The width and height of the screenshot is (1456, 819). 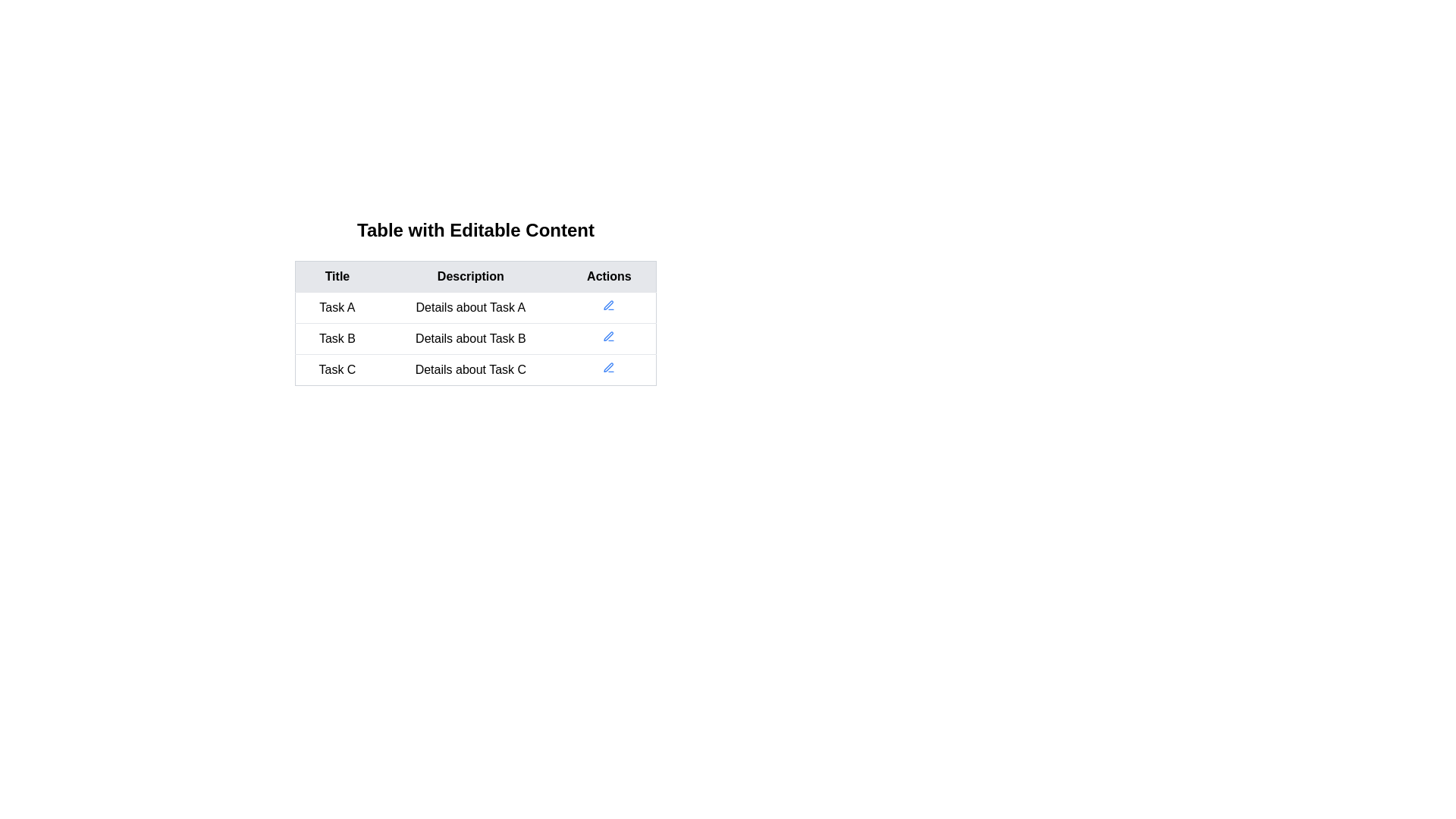 What do you see at coordinates (609, 335) in the screenshot?
I see `the pen-shaped edit icon located in the third column of the second row of the 'Table with Editable Content', adjacent to 'Details about Task B'` at bounding box center [609, 335].